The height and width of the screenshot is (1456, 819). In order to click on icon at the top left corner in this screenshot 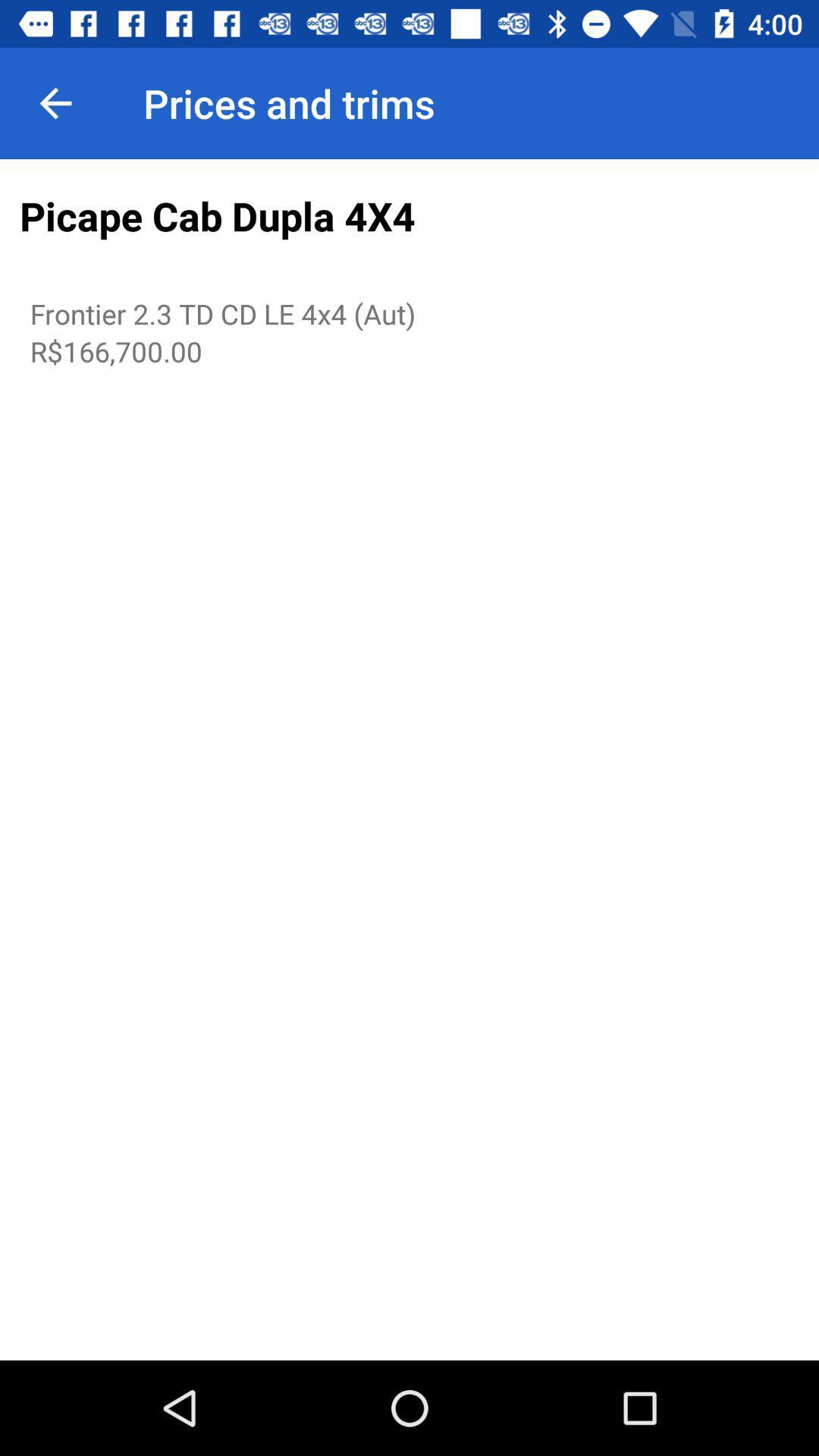, I will do `click(55, 102)`.